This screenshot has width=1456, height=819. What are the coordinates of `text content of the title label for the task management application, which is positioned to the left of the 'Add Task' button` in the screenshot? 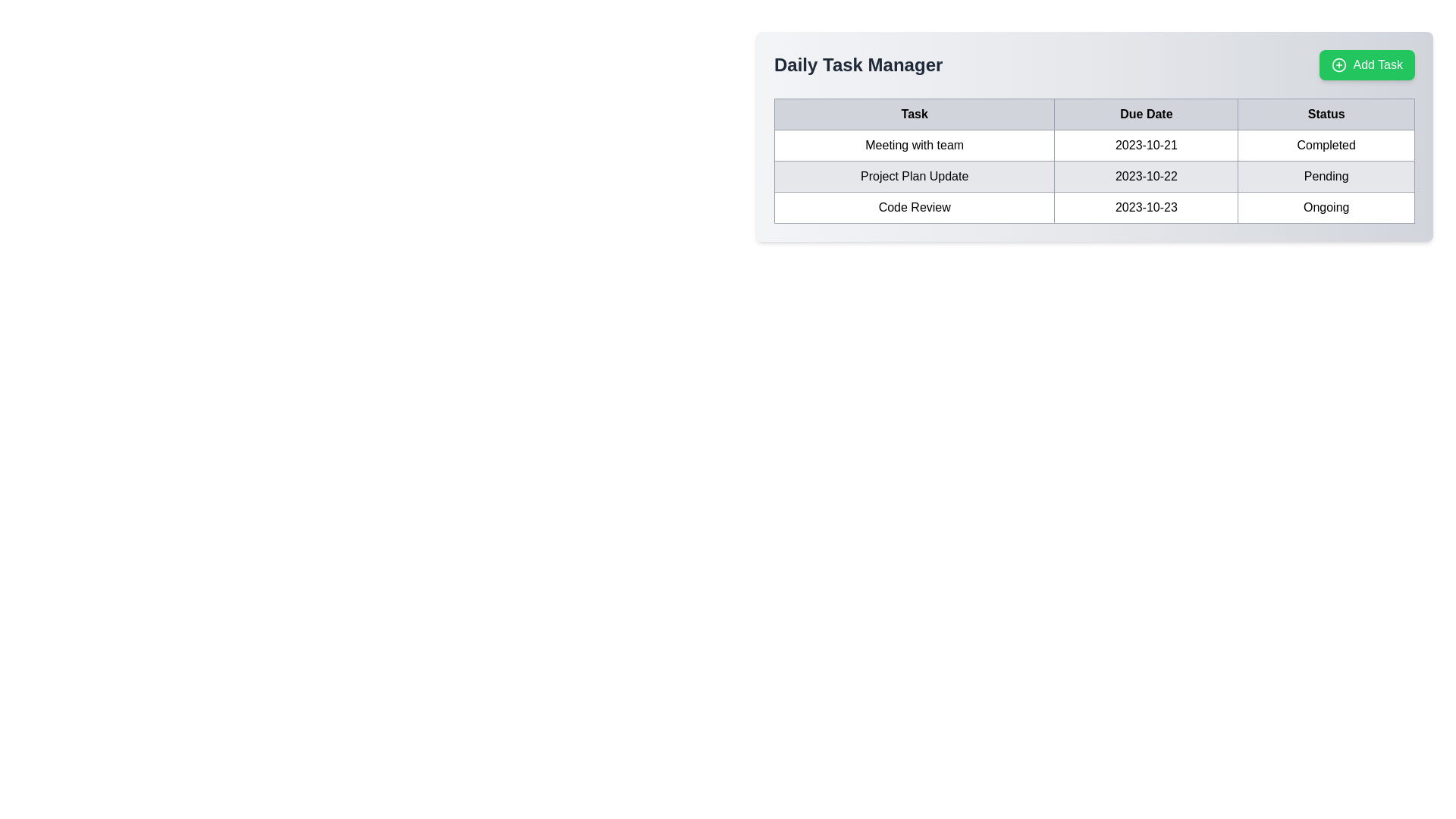 It's located at (858, 64).